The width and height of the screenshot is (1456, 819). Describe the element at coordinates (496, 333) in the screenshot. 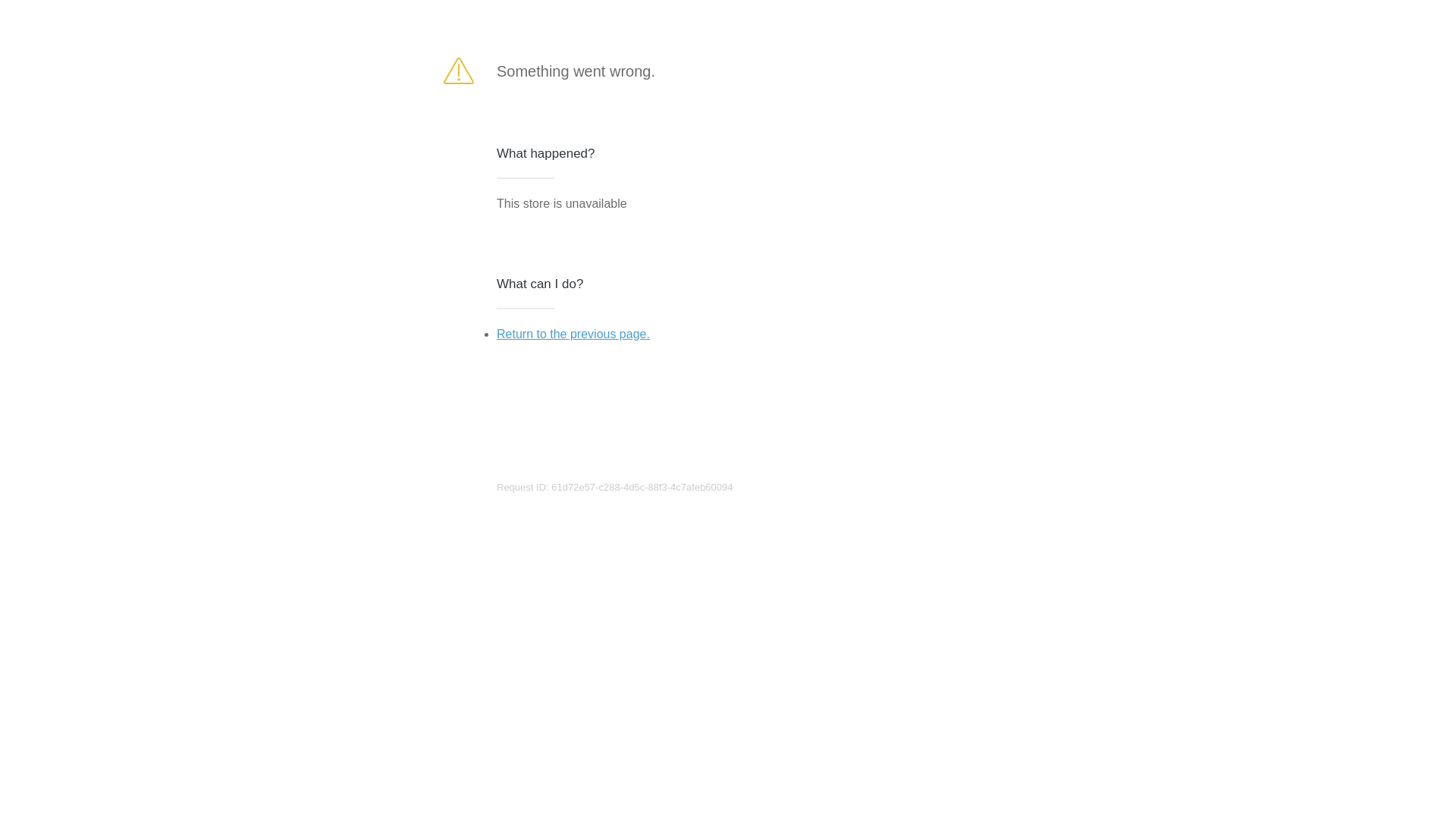

I see `'Return to the previous page.'` at that location.